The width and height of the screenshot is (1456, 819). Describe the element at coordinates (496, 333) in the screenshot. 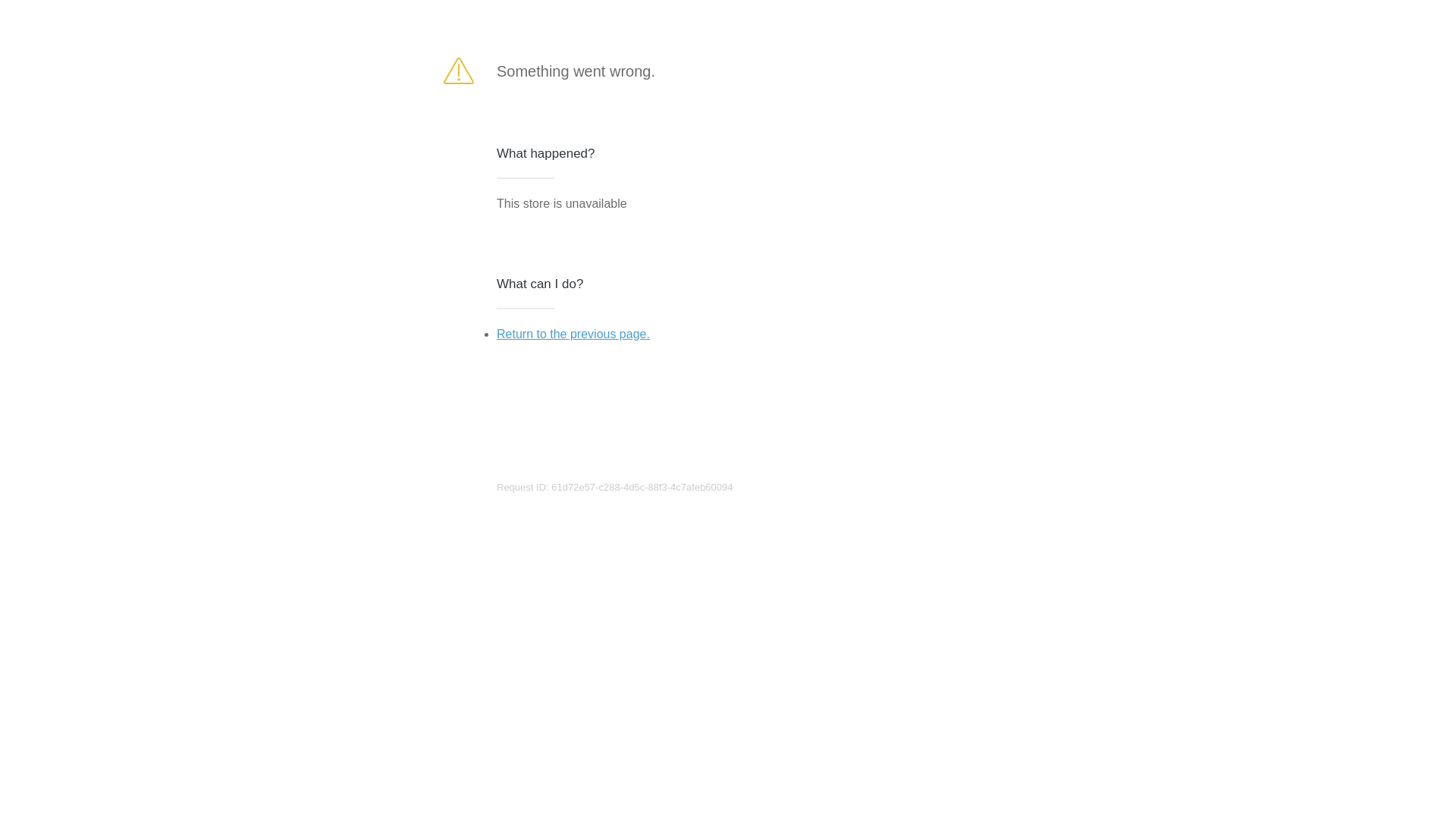

I see `'Return to the previous page.'` at that location.